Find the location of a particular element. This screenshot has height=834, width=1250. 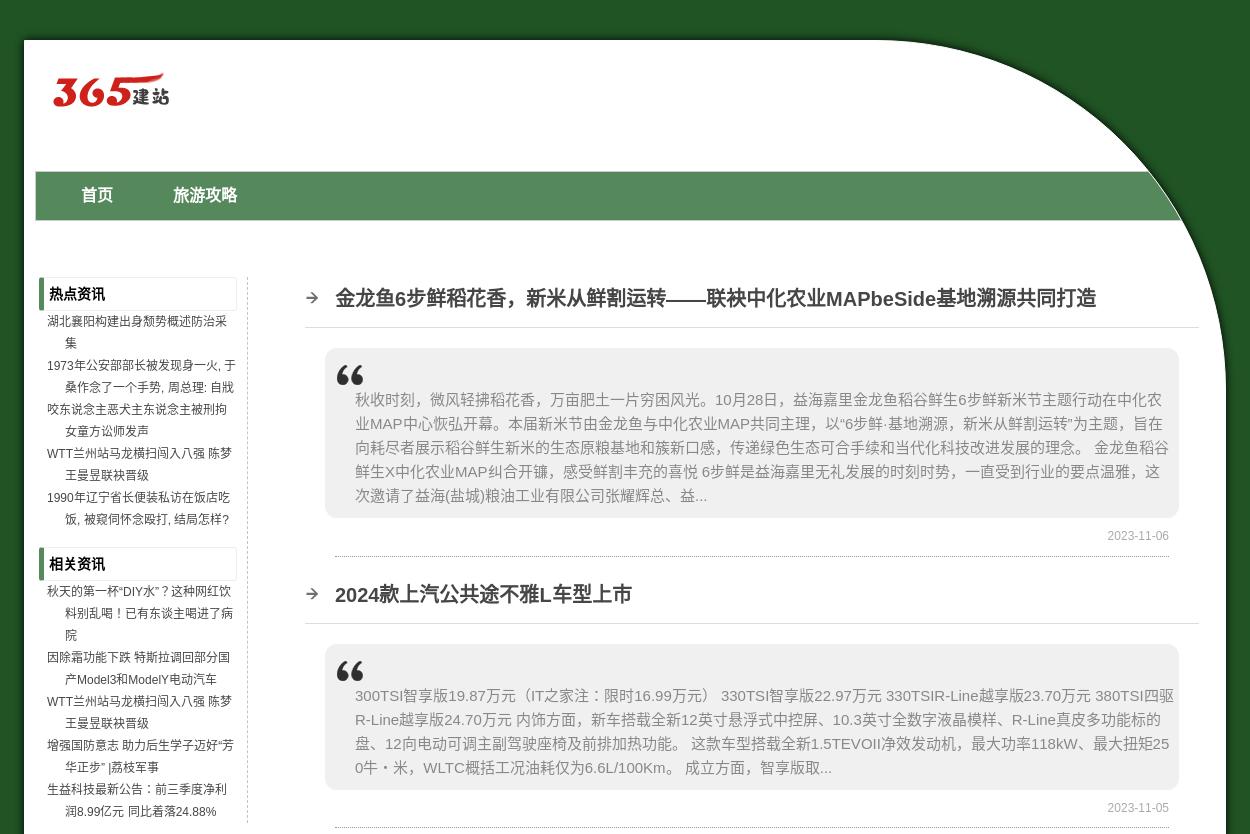

'1990年辽宁省长便装私访在饭店吃饭, 被窥伺怀念殴打, 结局怎样?' is located at coordinates (47, 507).